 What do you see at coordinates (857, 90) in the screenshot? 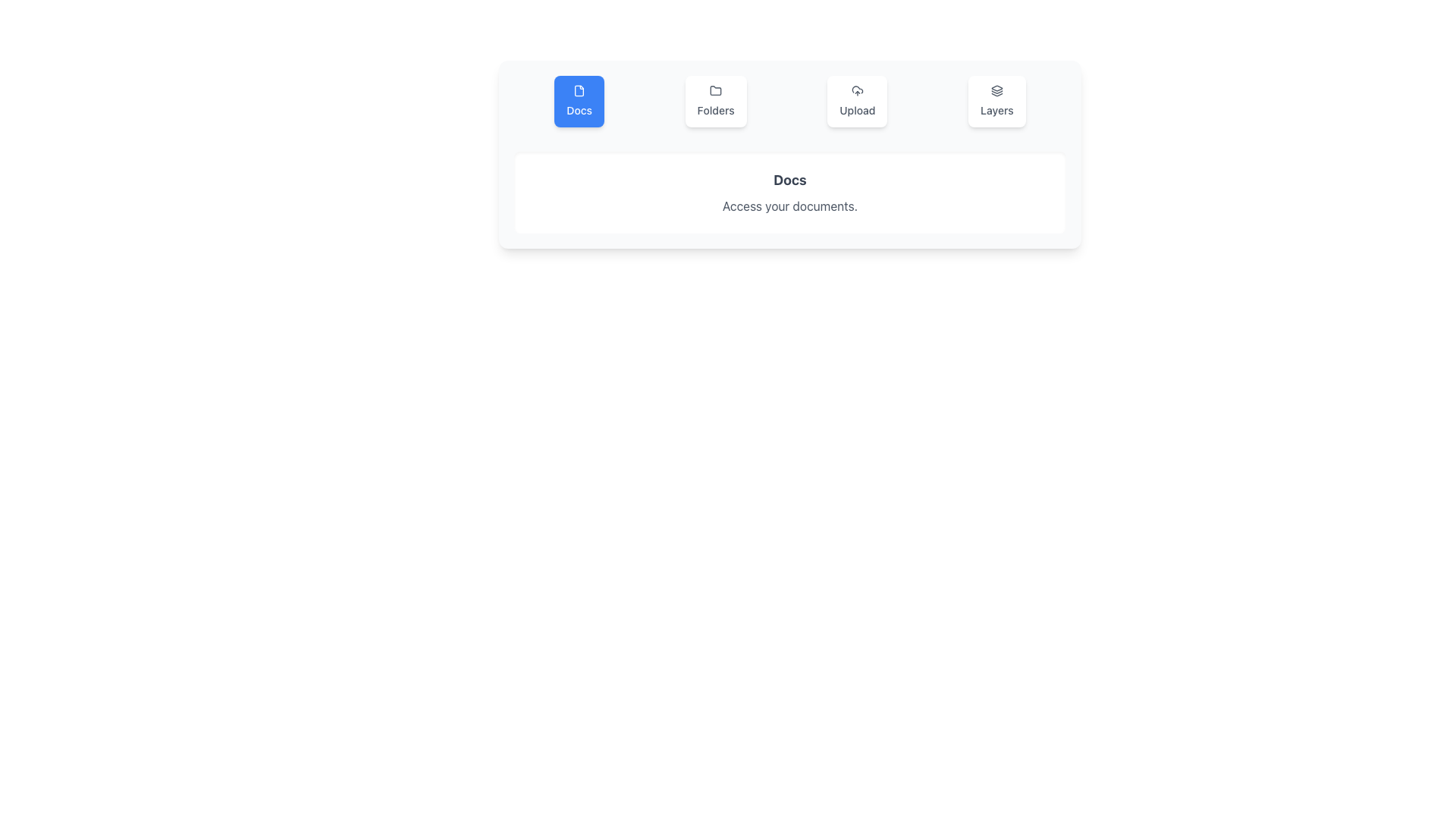
I see `the outlined cloud icon with an upward arrow, which is part of the 'Upload' button located at the top central part of the interface` at bounding box center [857, 90].